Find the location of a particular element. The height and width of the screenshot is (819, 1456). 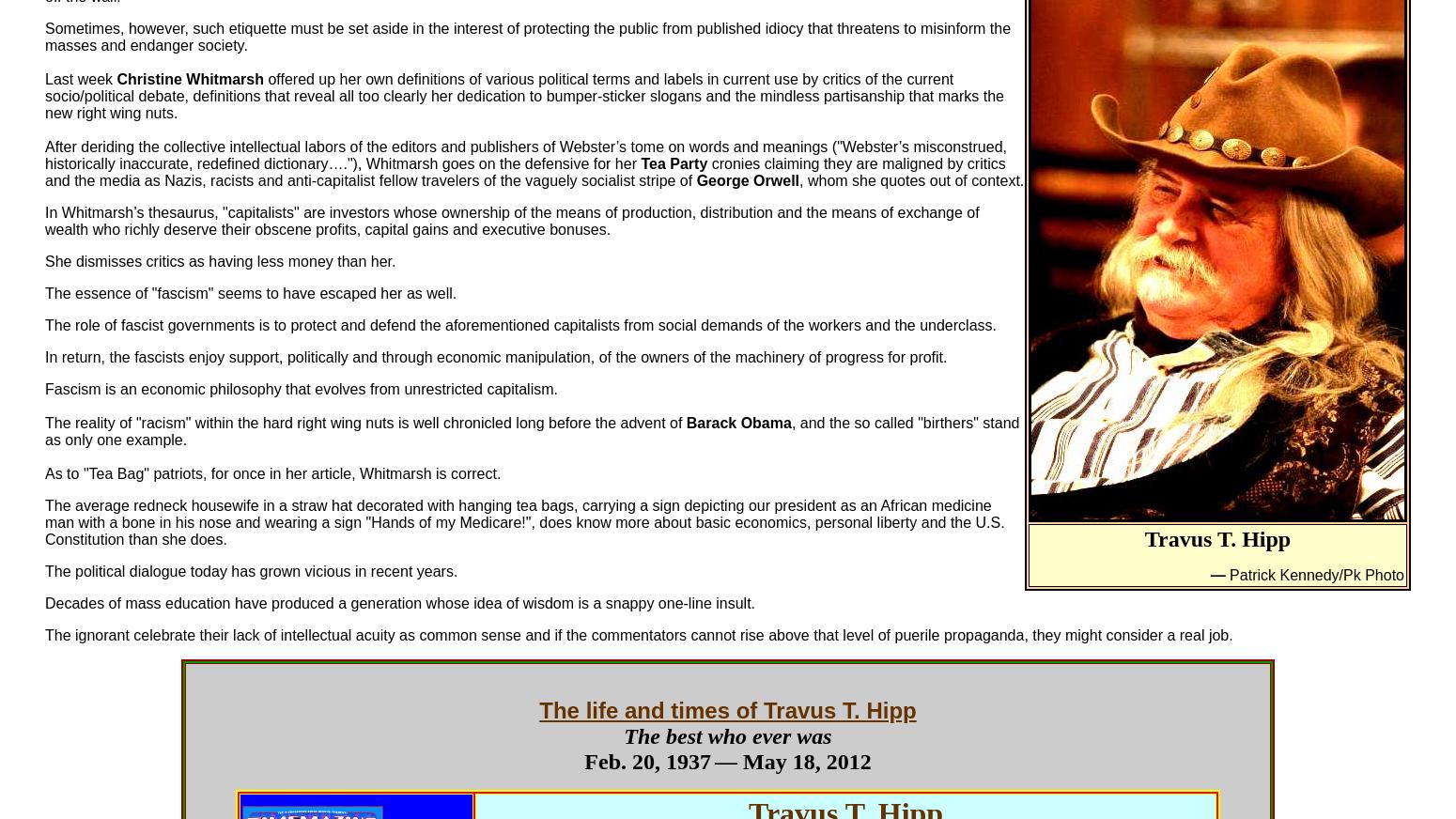

'Feb. 
              20, 1937' is located at coordinates (646, 761).